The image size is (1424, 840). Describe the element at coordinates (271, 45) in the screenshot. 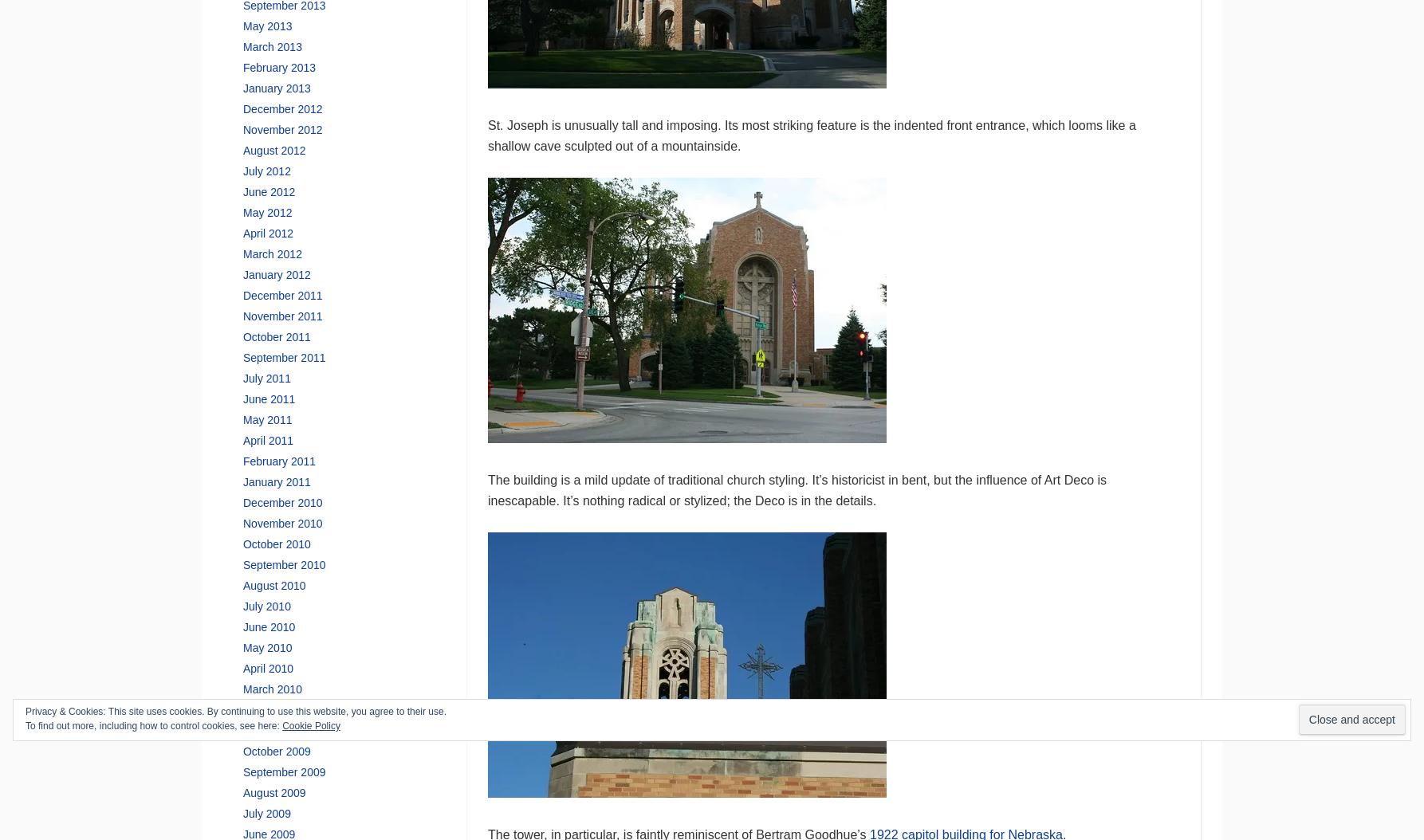

I see `'March 2013'` at that location.